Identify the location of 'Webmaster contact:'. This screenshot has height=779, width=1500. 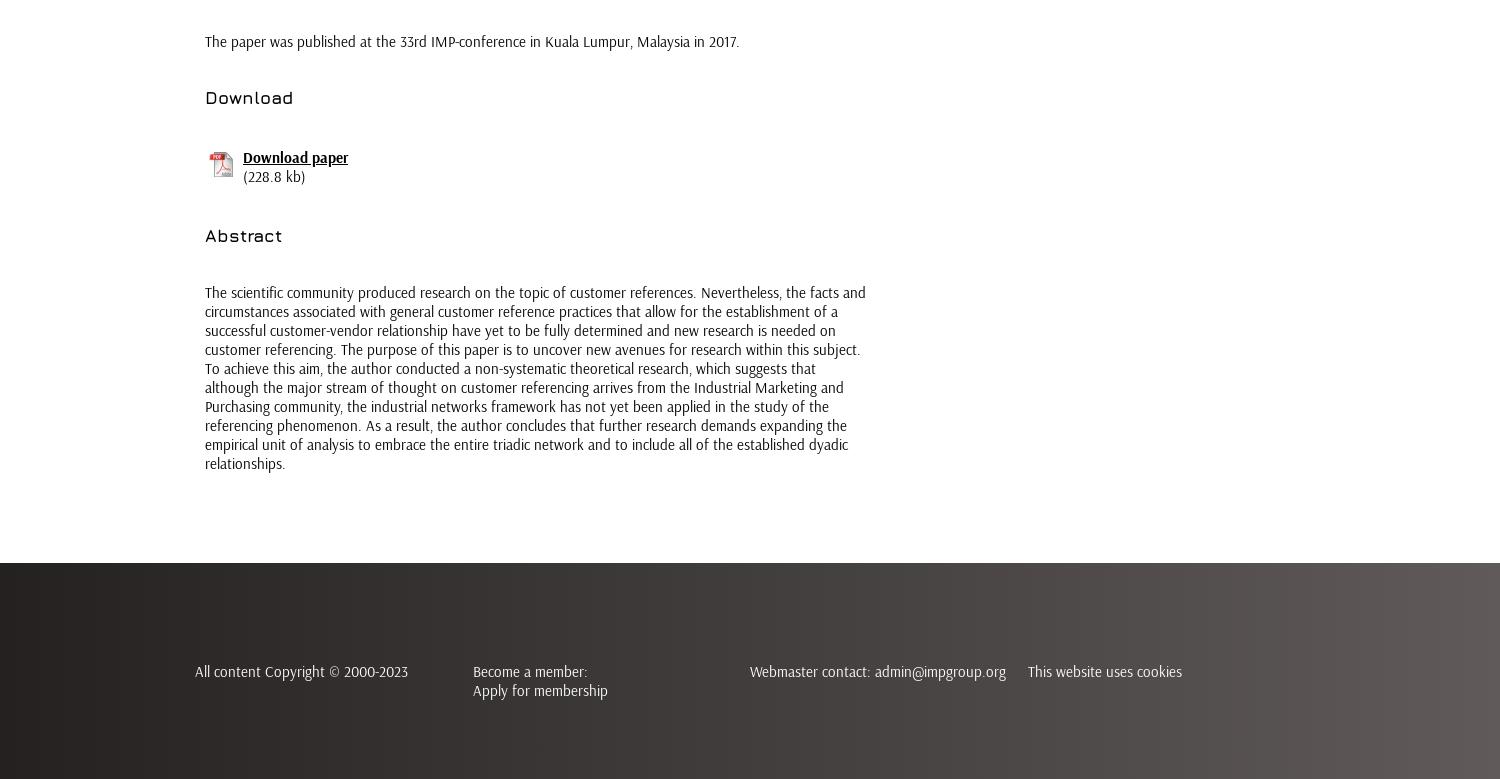
(750, 671).